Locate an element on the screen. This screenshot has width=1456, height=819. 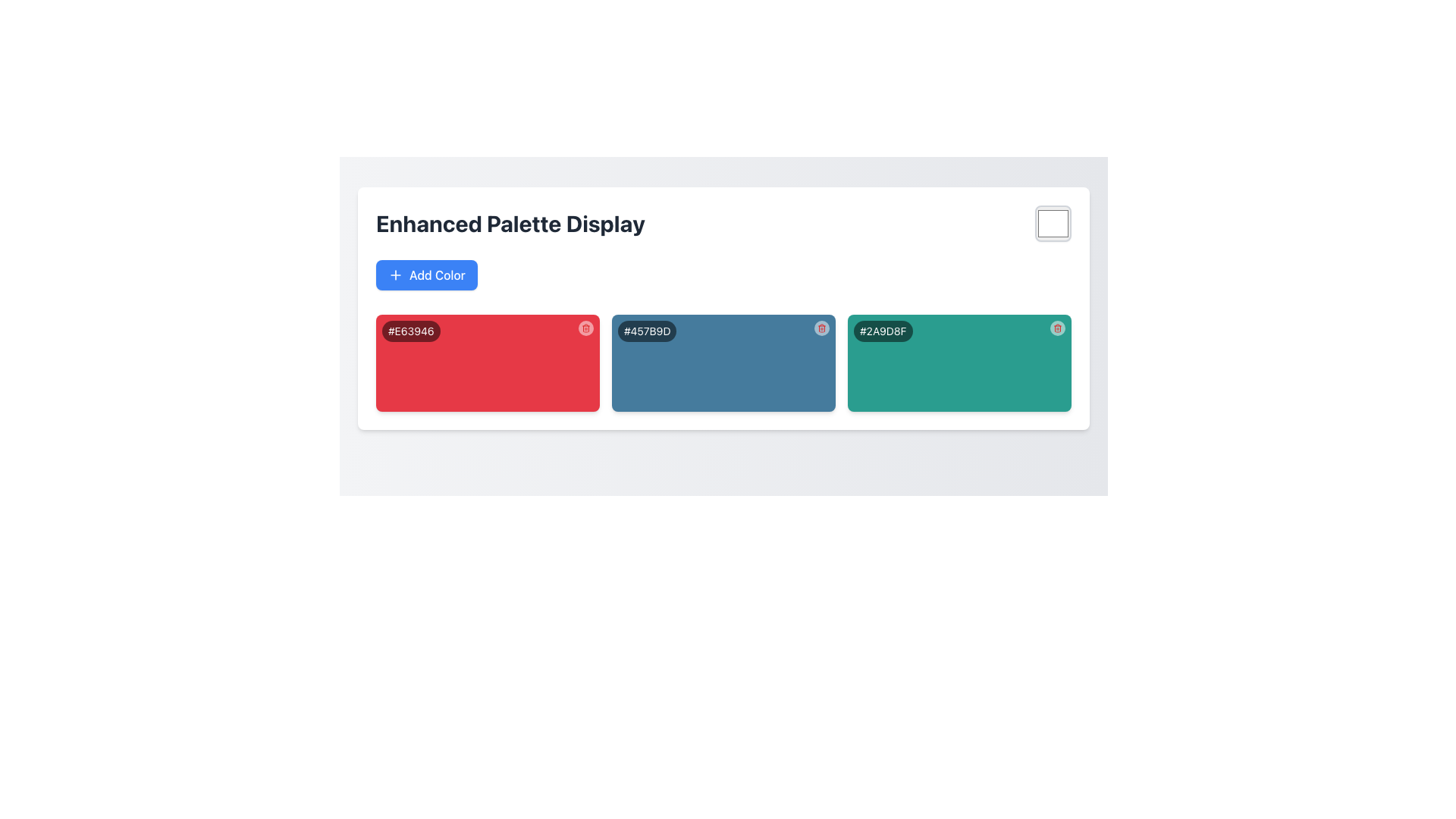
the label displaying the text '#2A9D8F' which is located in the top-left corner of the rightmost green card in a row of three cards is located at coordinates (883, 330).